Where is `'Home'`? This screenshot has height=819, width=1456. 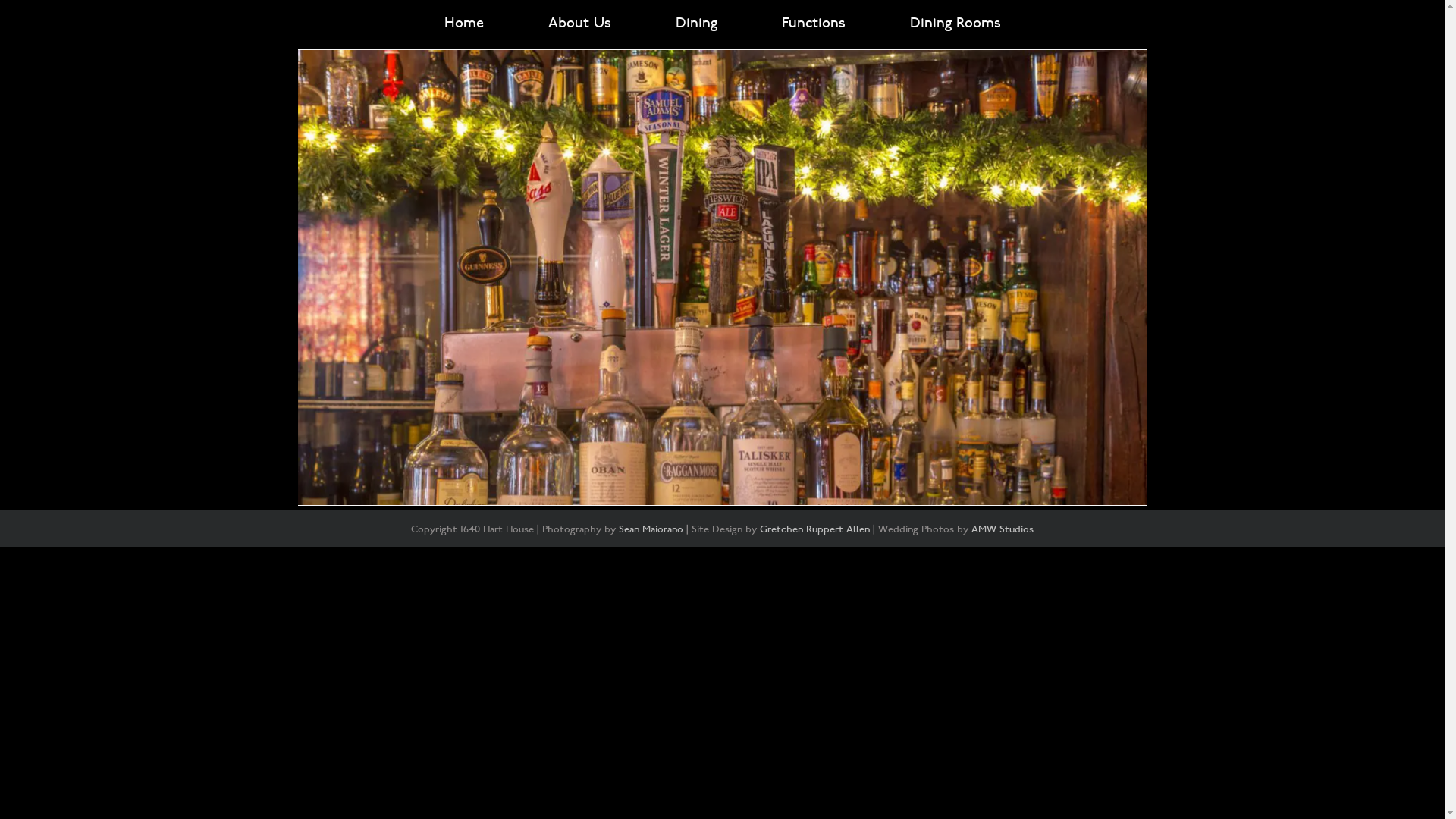 'Home' is located at coordinates (463, 23).